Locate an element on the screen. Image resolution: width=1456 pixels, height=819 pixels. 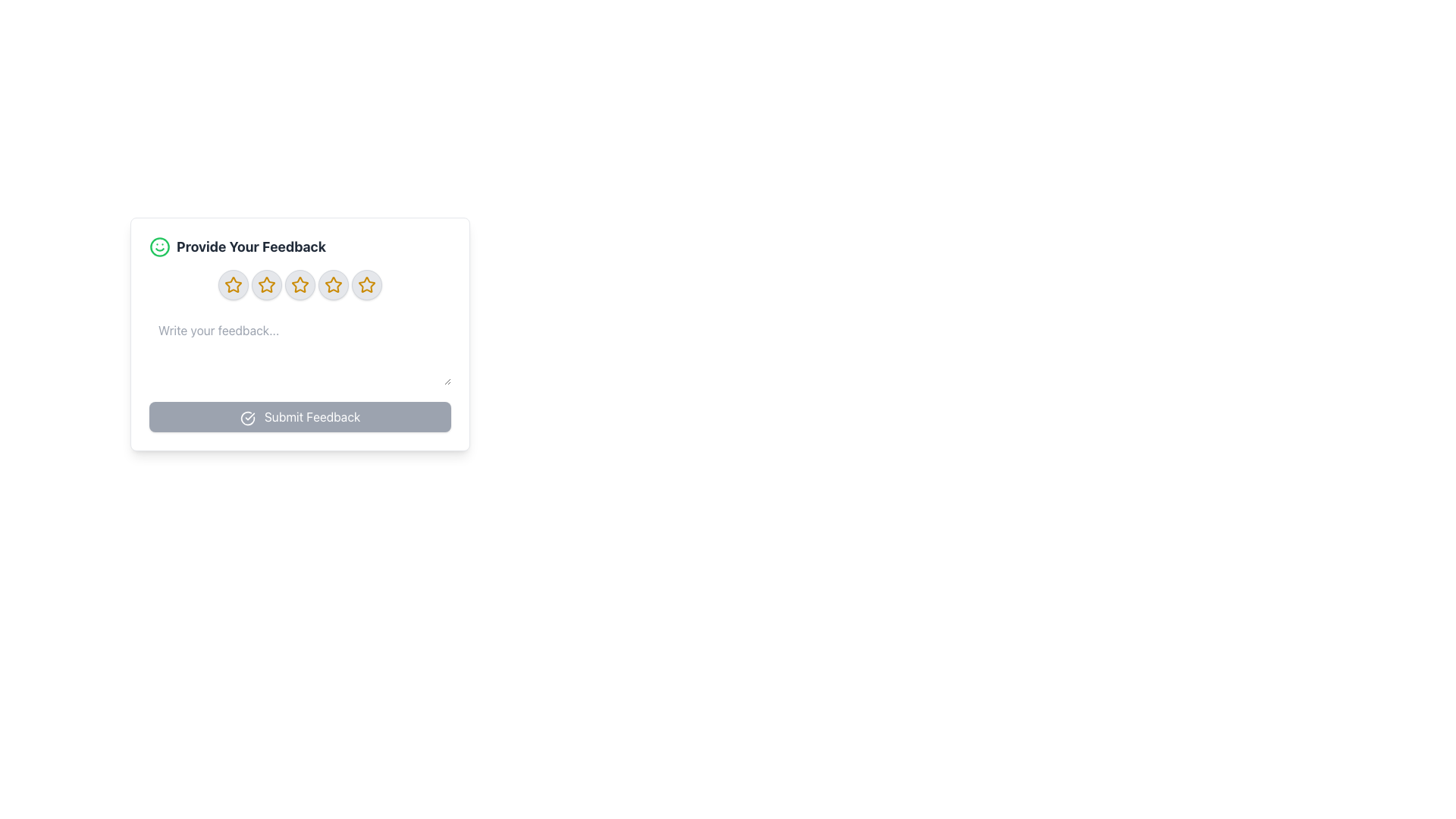
the third star-shaped rating button, which is a yellow star inside a gray circular button is located at coordinates (300, 284).